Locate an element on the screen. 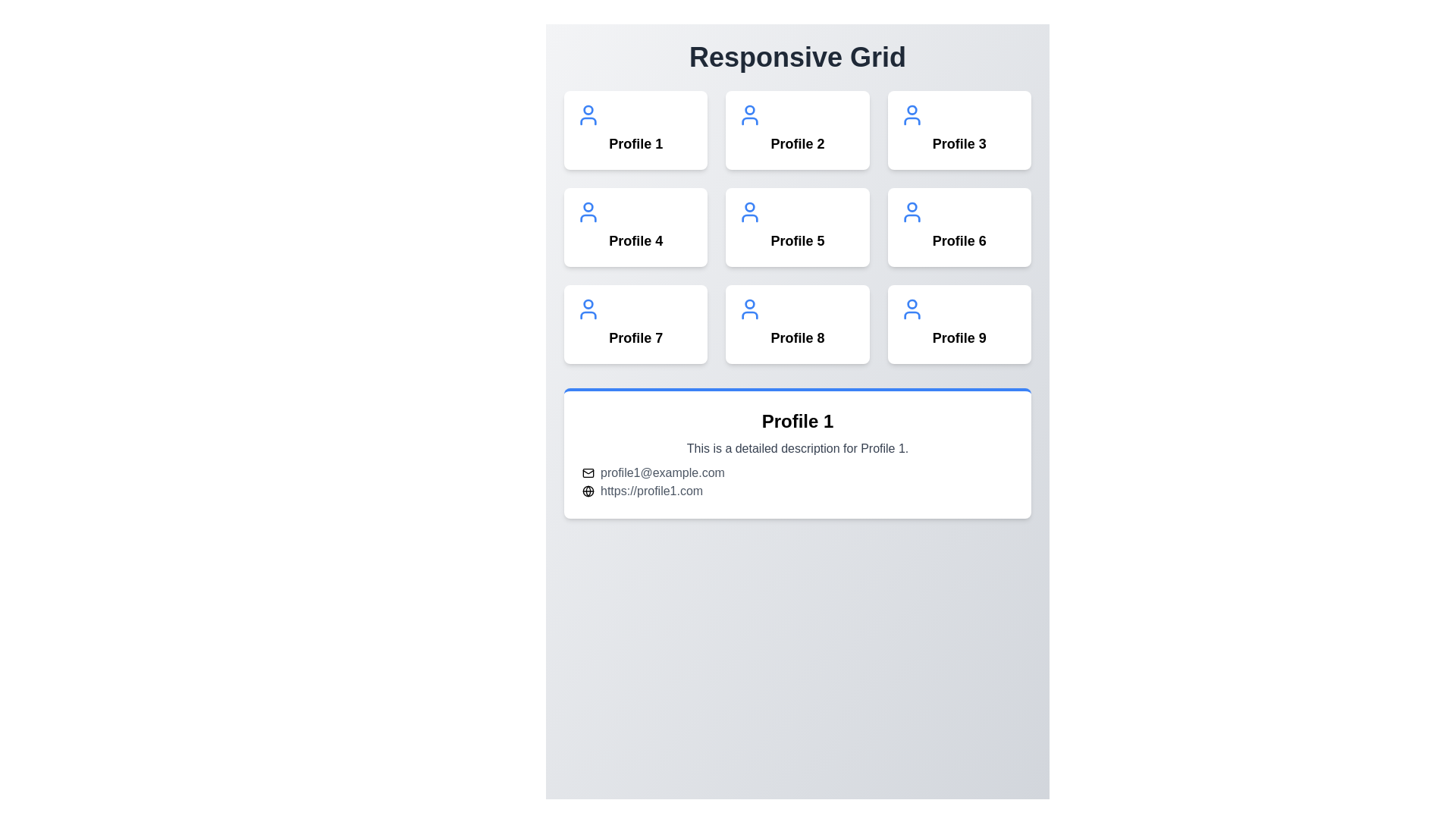  the email icon styled as an envelope located to the left of the text 'profile1@example.com' in the details section of 'Profile 1' is located at coordinates (588, 472).